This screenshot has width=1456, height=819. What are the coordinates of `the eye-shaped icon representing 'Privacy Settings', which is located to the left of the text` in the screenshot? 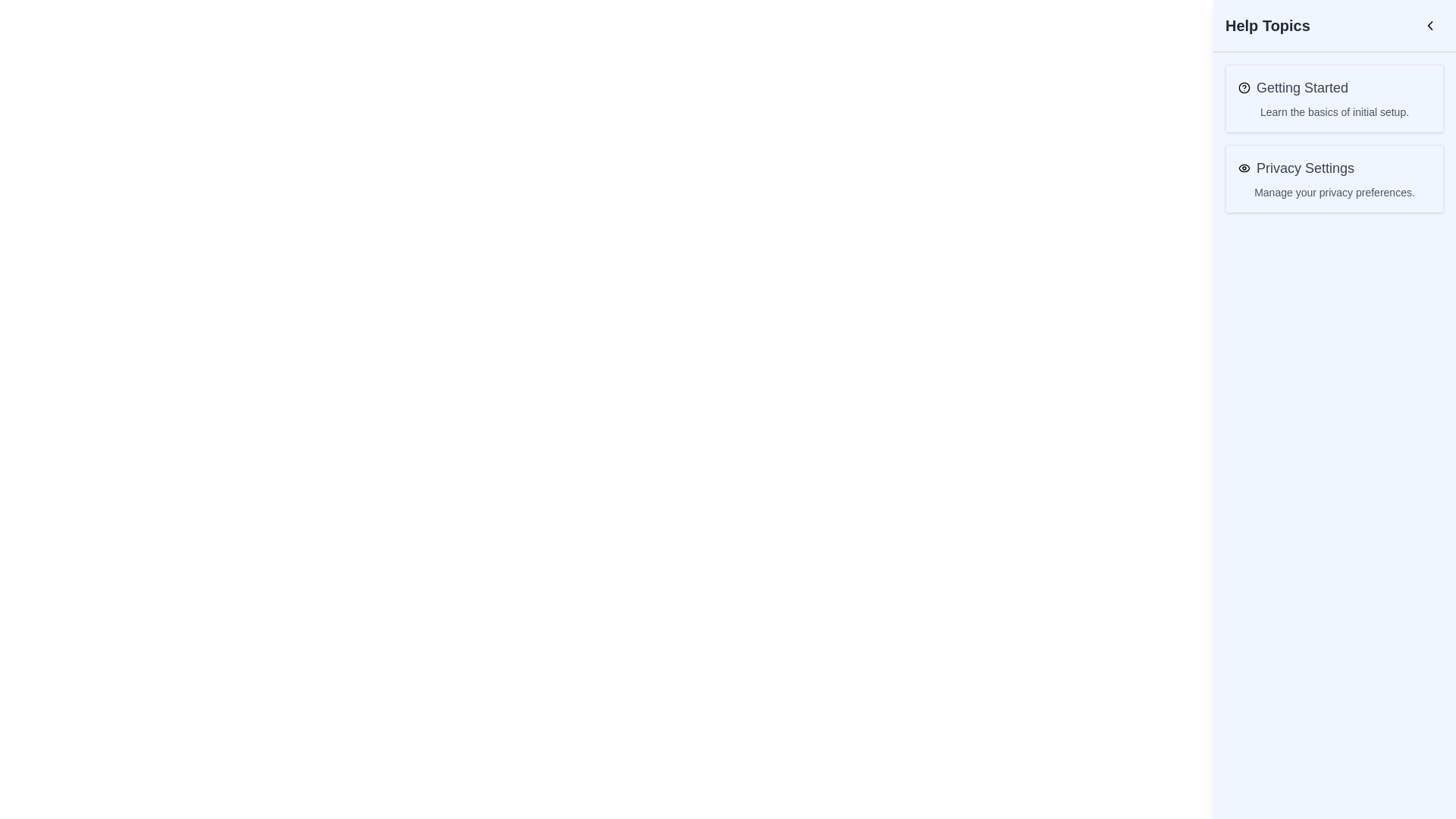 It's located at (1244, 168).